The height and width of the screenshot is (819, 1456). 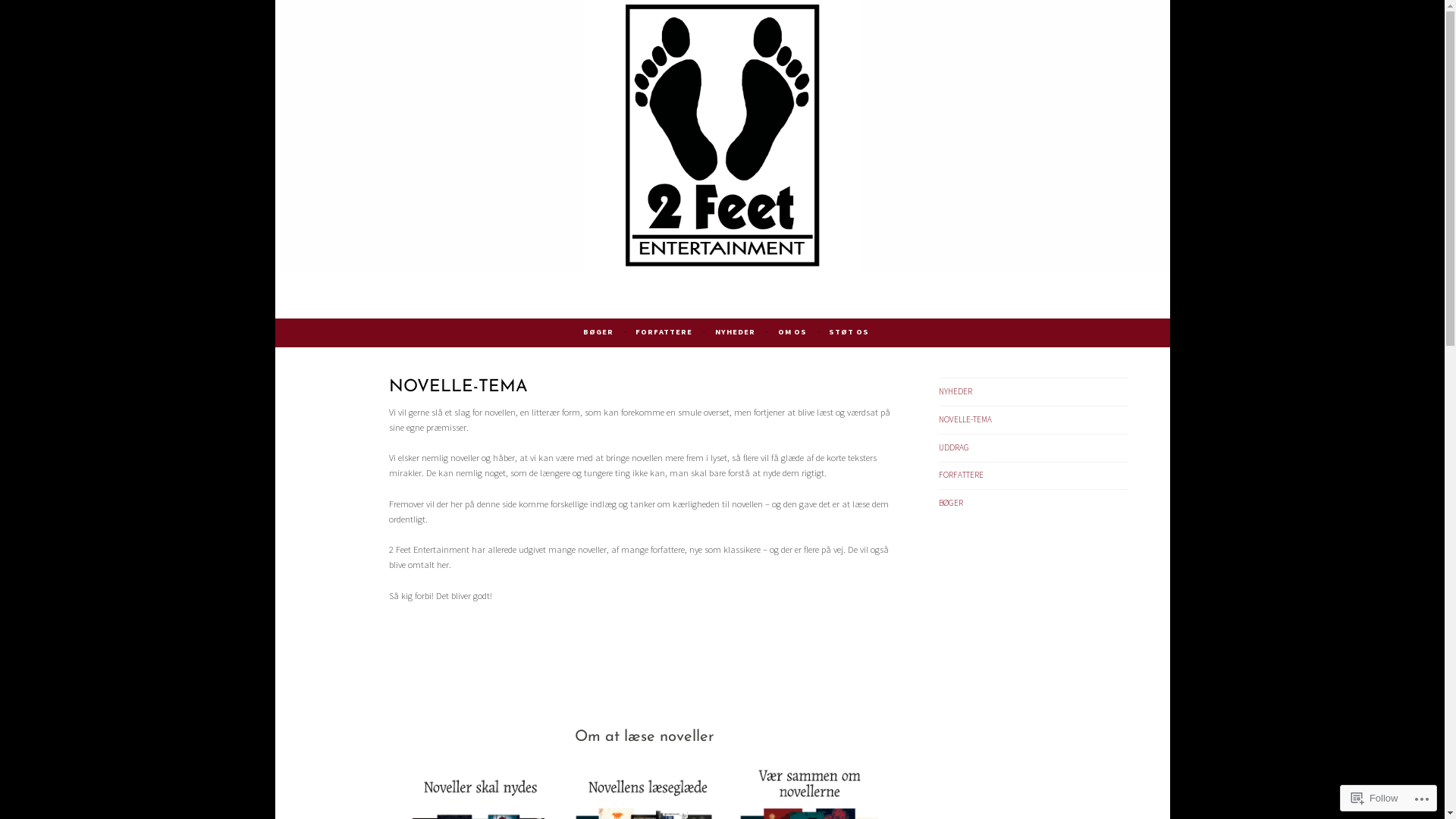 What do you see at coordinates (390, 304) in the screenshot?
I see `'2 Feet Entertainment'` at bounding box center [390, 304].